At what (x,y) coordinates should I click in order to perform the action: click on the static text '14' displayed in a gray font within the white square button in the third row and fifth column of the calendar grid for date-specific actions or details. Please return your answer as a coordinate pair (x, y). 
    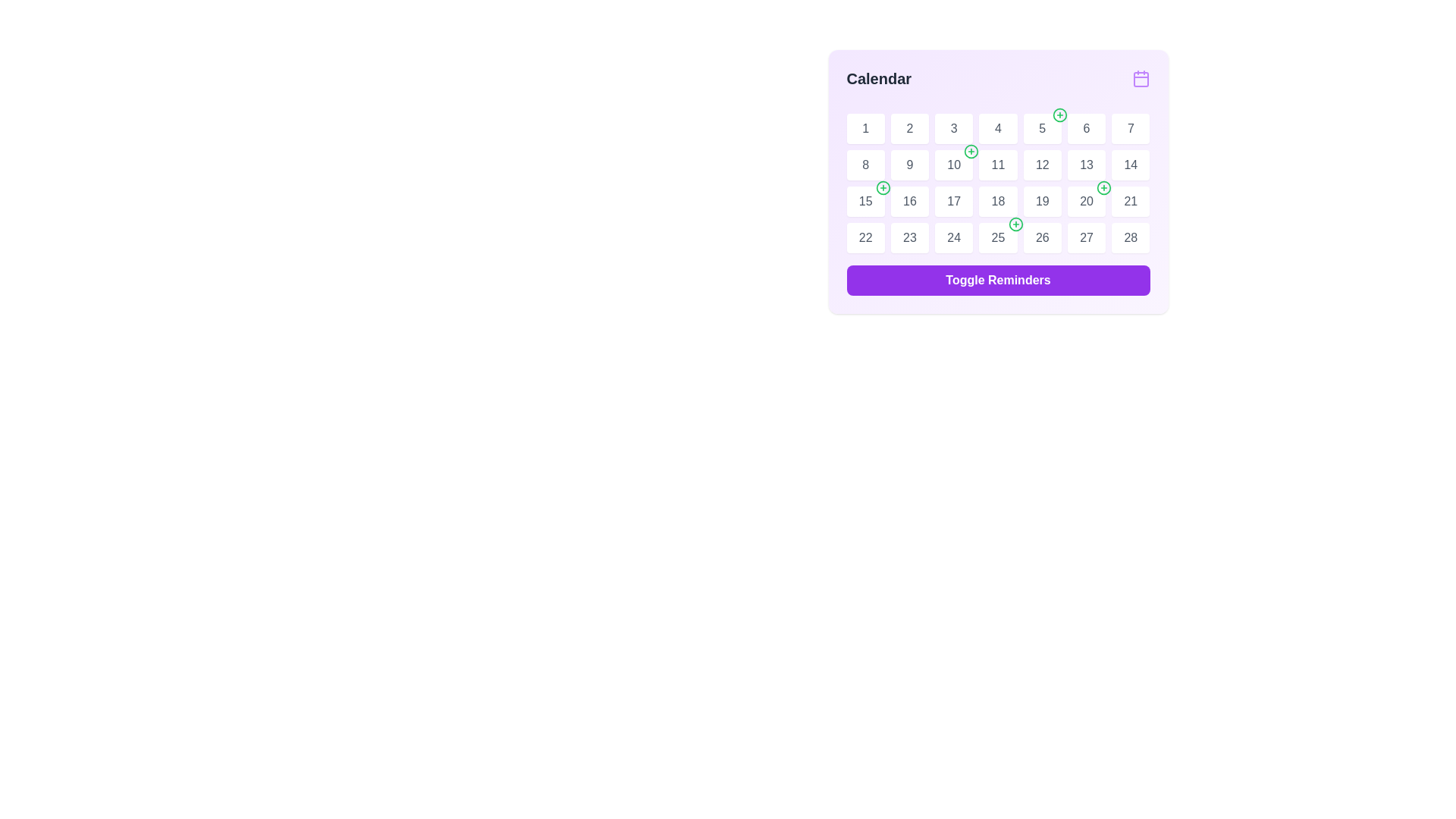
    Looking at the image, I should click on (1131, 164).